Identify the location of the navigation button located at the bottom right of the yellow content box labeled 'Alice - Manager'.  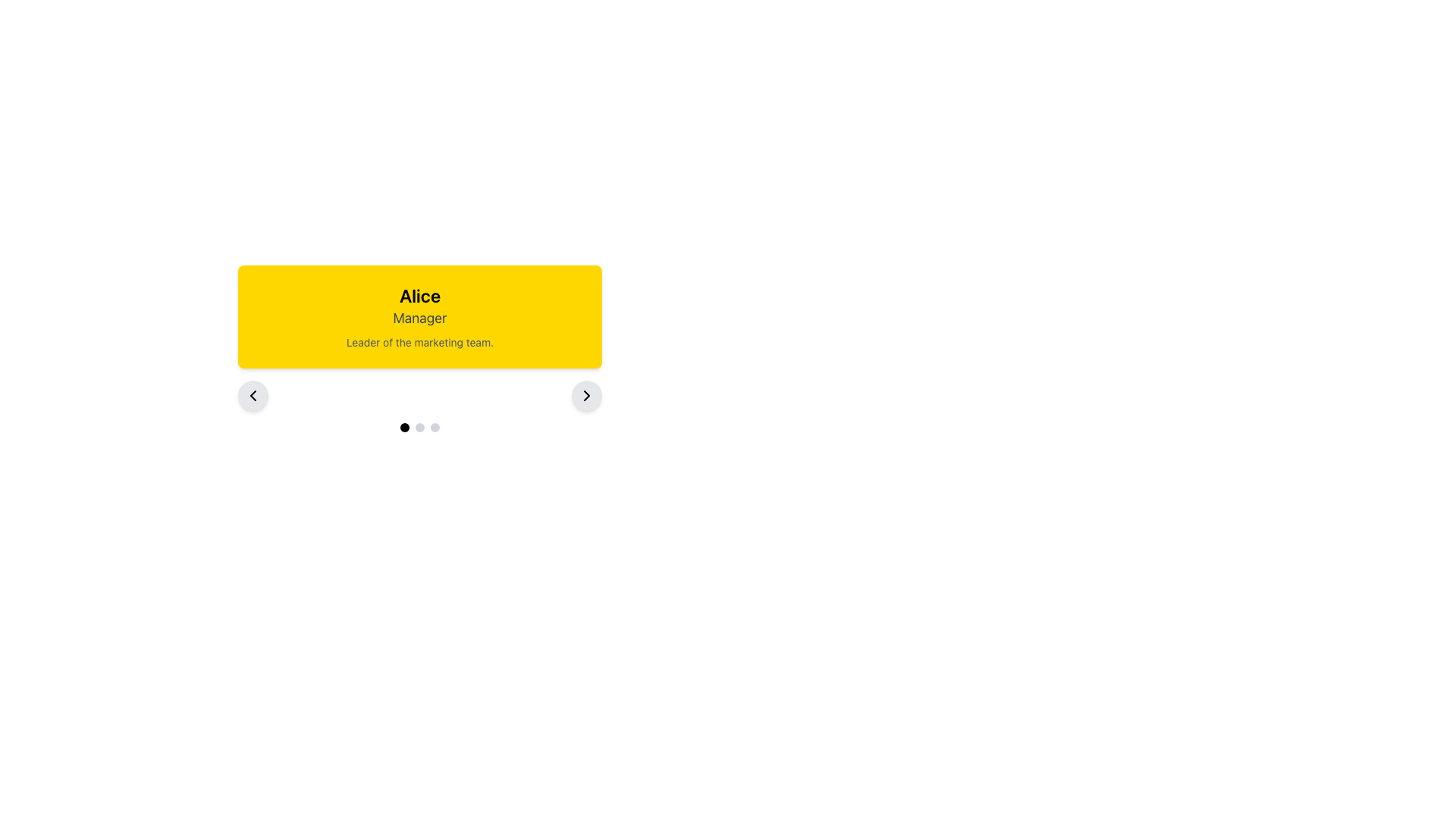
(585, 394).